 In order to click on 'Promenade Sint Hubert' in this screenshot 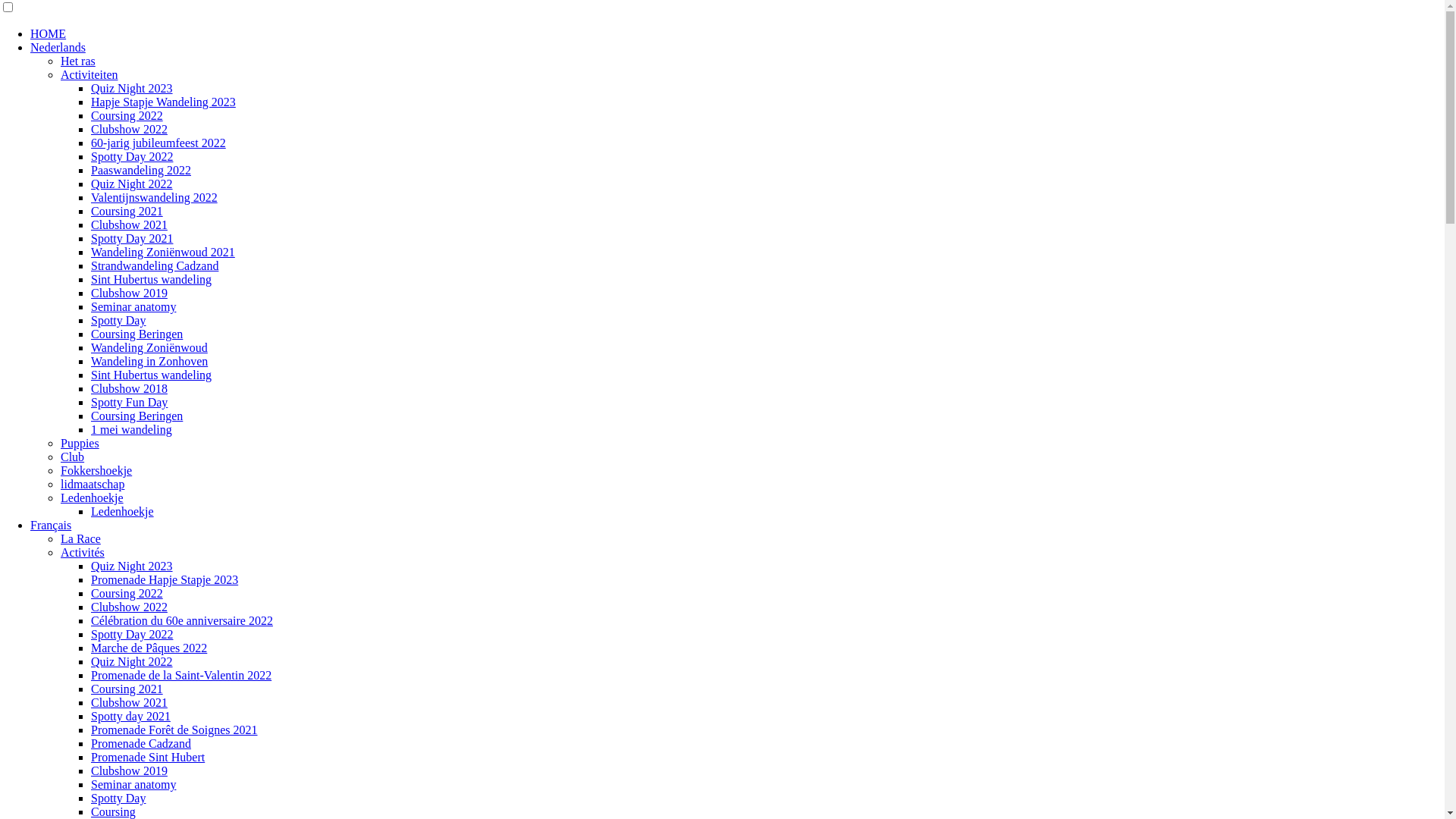, I will do `click(148, 757)`.